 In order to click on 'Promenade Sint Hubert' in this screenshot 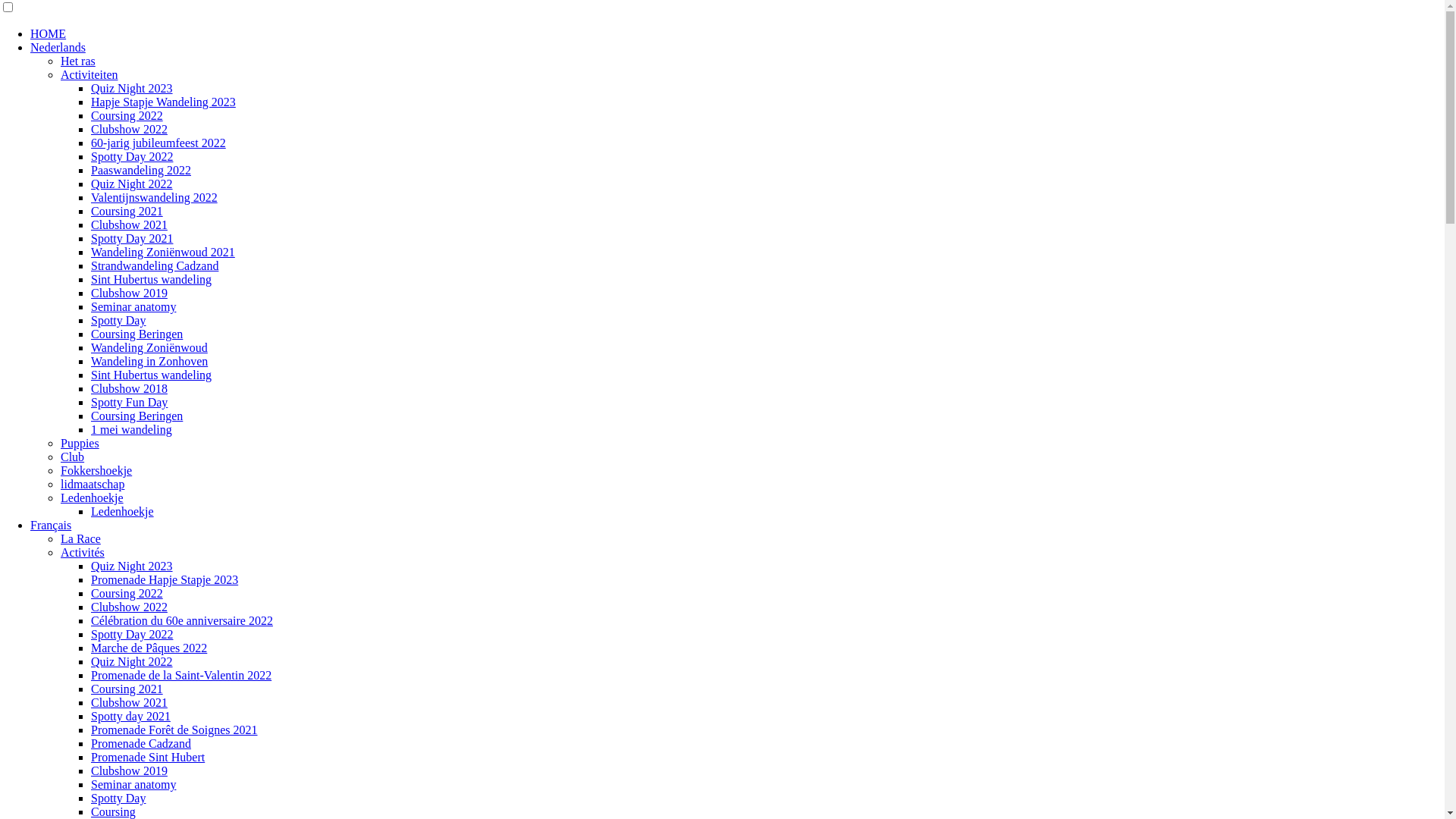, I will do `click(148, 757)`.